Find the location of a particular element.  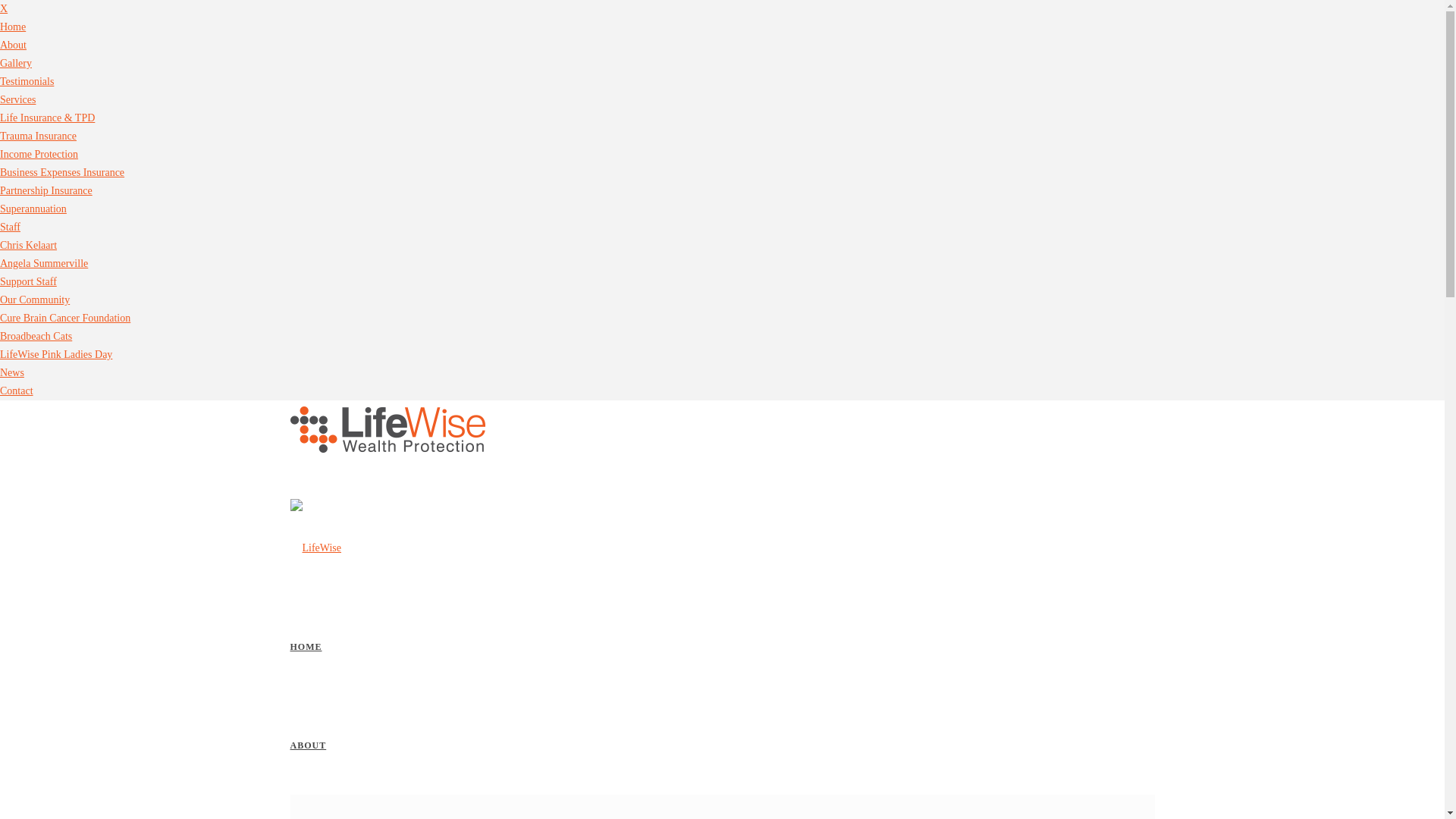

'Business Expenses Insurance' is located at coordinates (61, 171).